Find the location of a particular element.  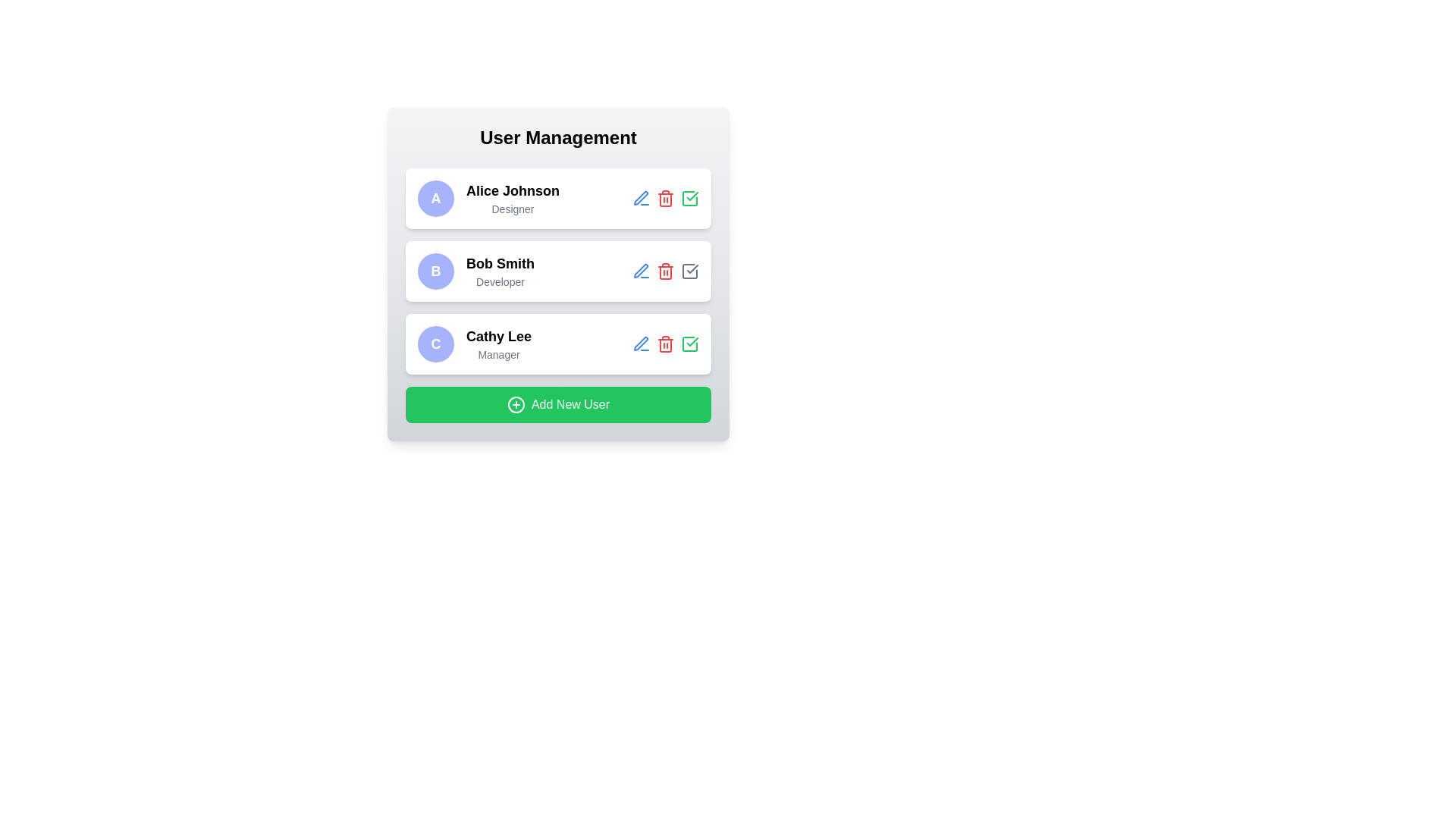

the Text Display element that shows the name and role of an individual, which is is located at coordinates (513, 198).